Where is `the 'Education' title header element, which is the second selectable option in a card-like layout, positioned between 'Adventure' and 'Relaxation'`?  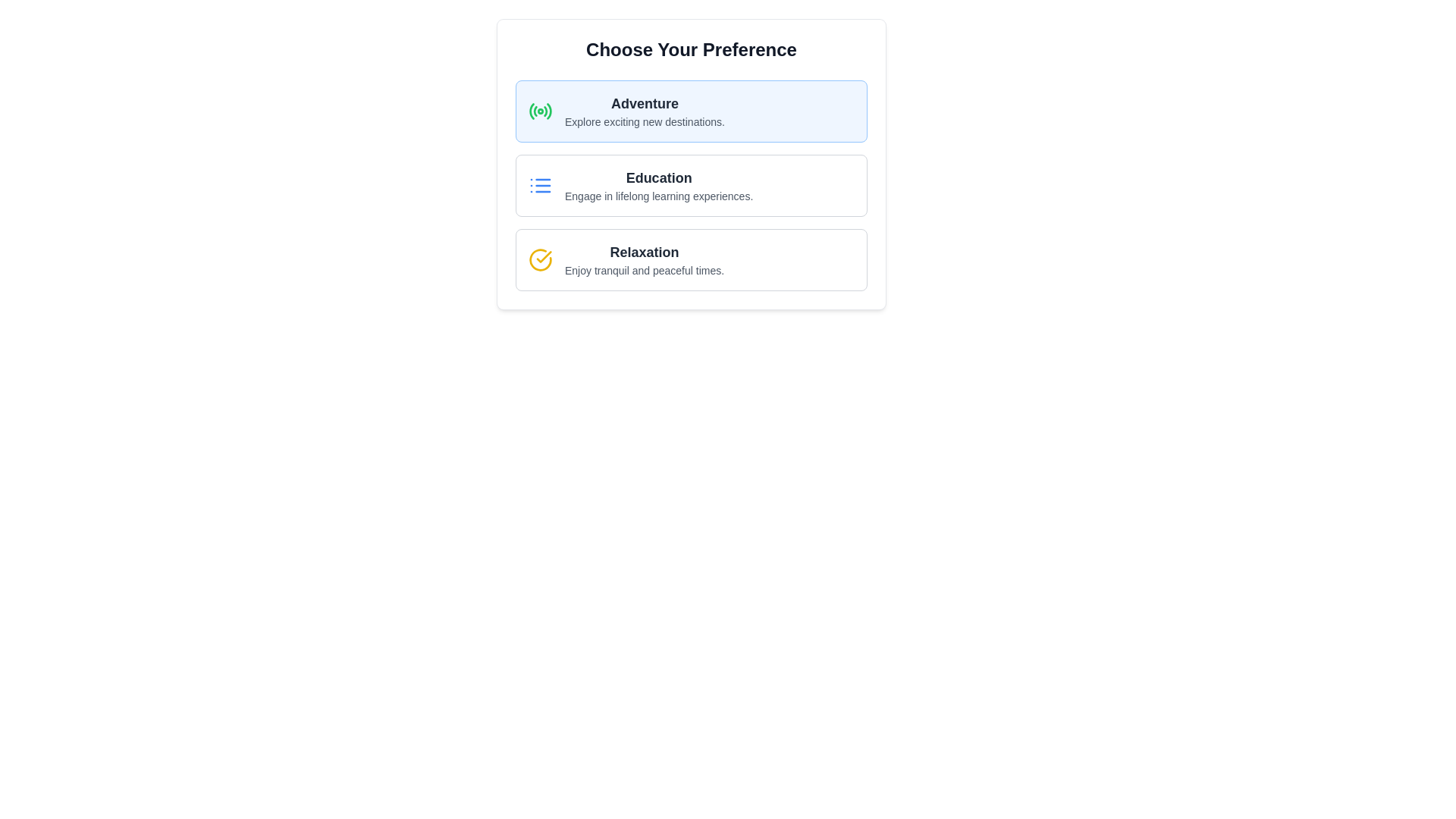 the 'Education' title header element, which is the second selectable option in a card-like layout, positioned between 'Adventure' and 'Relaxation' is located at coordinates (659, 177).